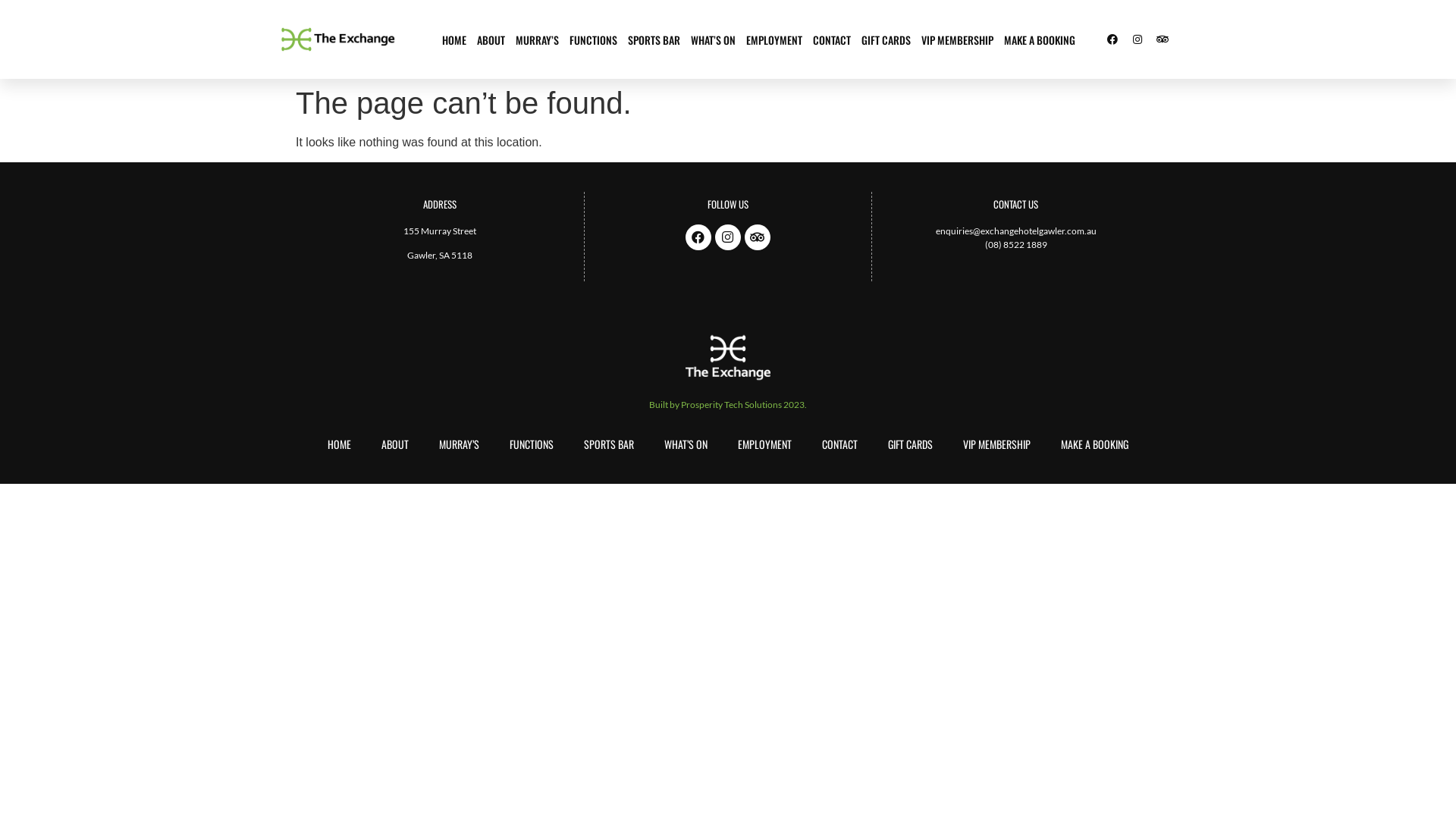  What do you see at coordinates (338, 444) in the screenshot?
I see `'HOME'` at bounding box center [338, 444].